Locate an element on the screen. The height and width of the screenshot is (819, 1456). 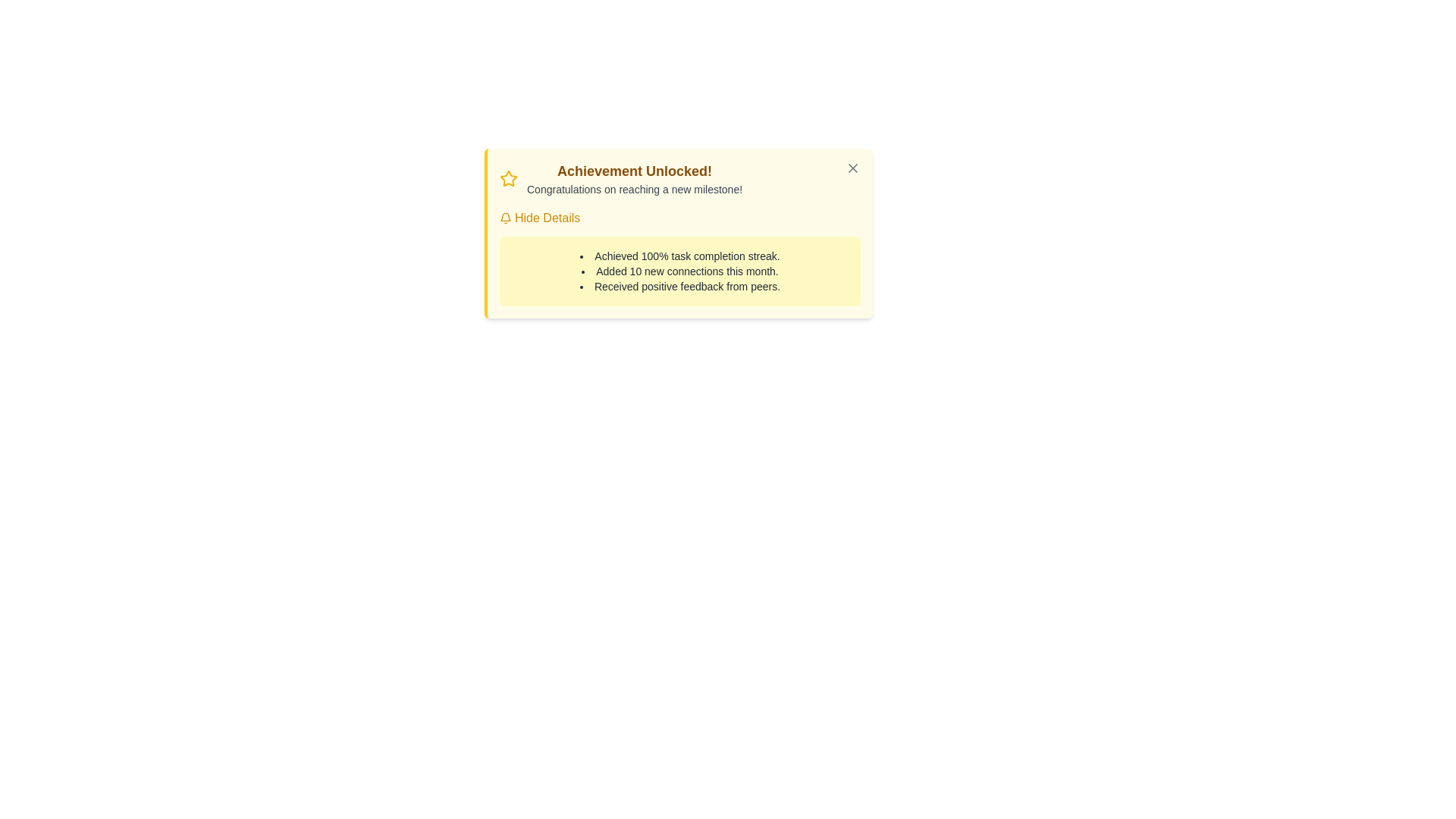
text item that states 'Received positive feedback from peers.' from the bulleted list of achievements is located at coordinates (679, 287).